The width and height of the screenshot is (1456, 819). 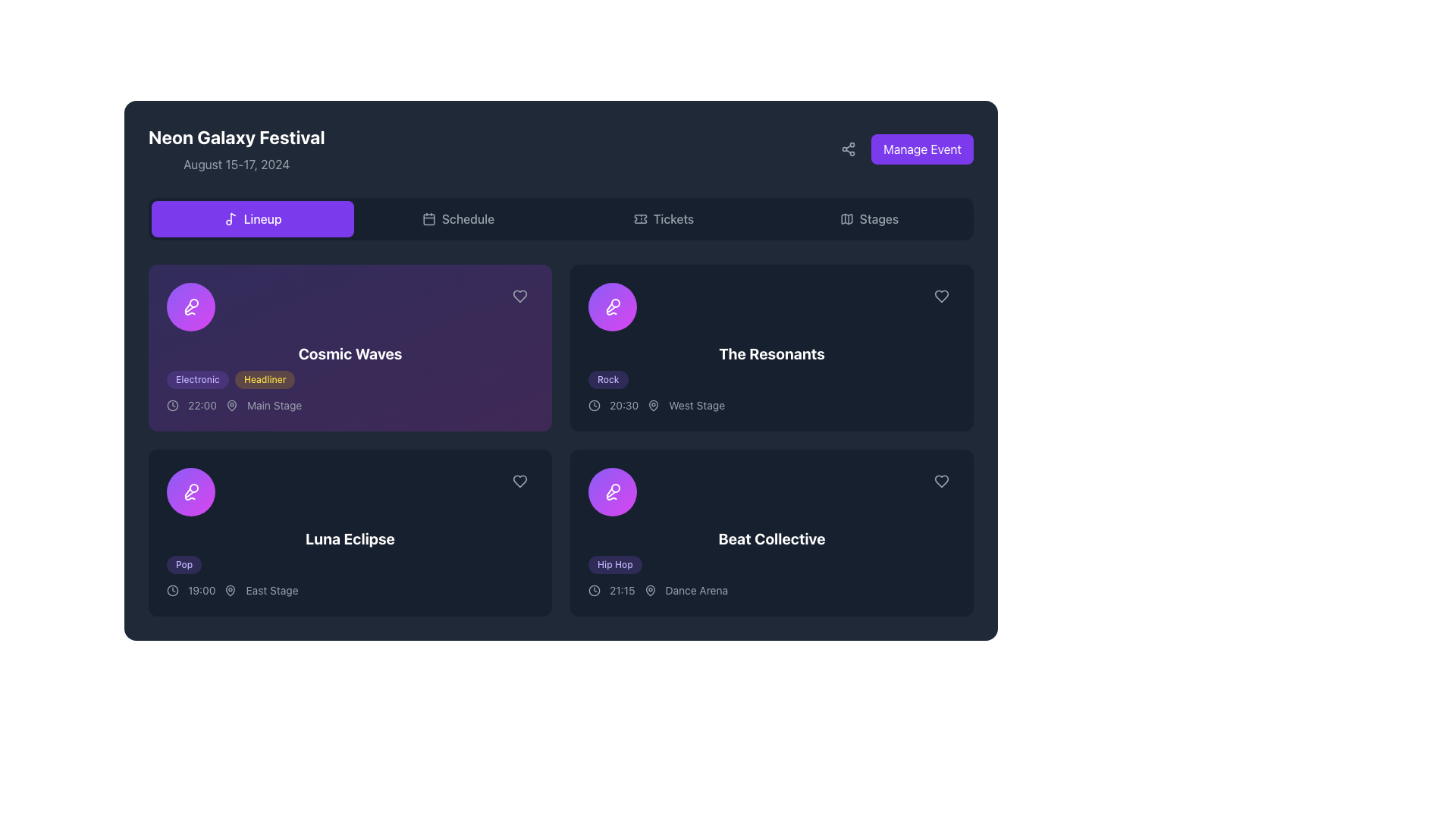 I want to click on the map pin icon located in the compact information card for the 'Beat Collective' item, positioned to the left of the card's title, so click(x=650, y=590).